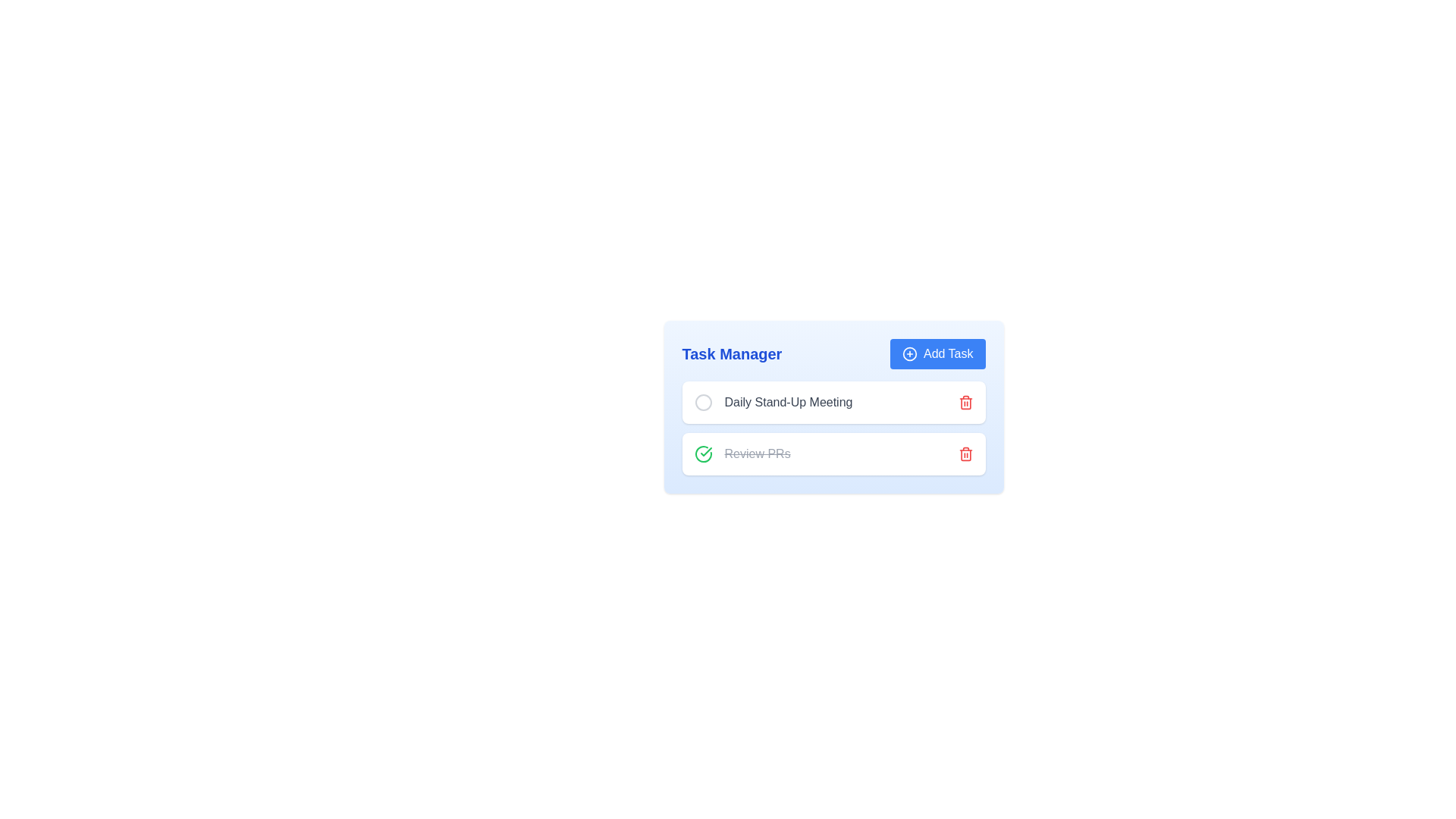 The image size is (1456, 819). Describe the element at coordinates (702, 402) in the screenshot. I see `the circular outline styled icon located before the task titled 'Daily Stand-Up Meeting' in the task manager interface` at that location.